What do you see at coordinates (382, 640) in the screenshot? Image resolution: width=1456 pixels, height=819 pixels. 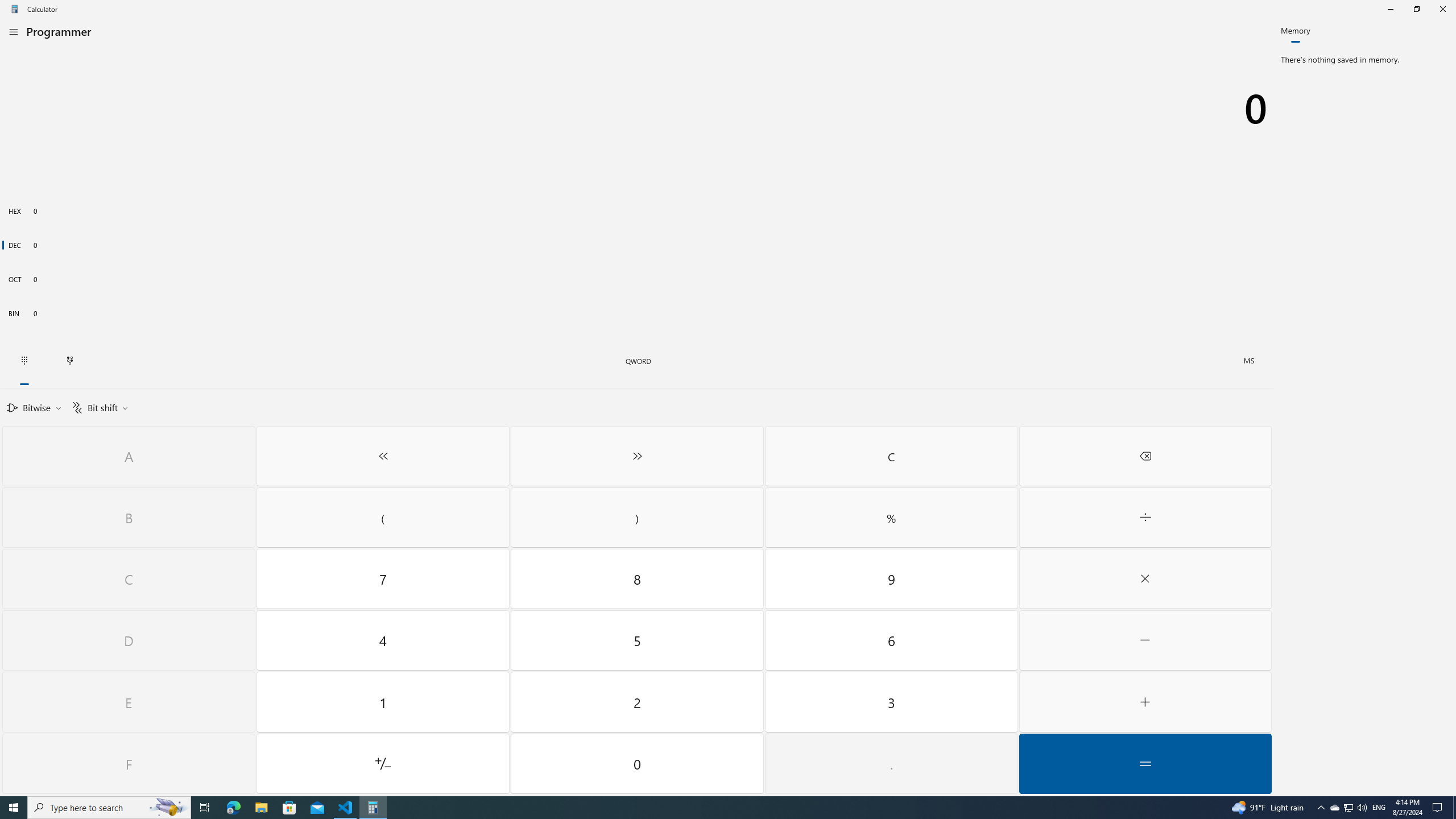 I see `'Four'` at bounding box center [382, 640].